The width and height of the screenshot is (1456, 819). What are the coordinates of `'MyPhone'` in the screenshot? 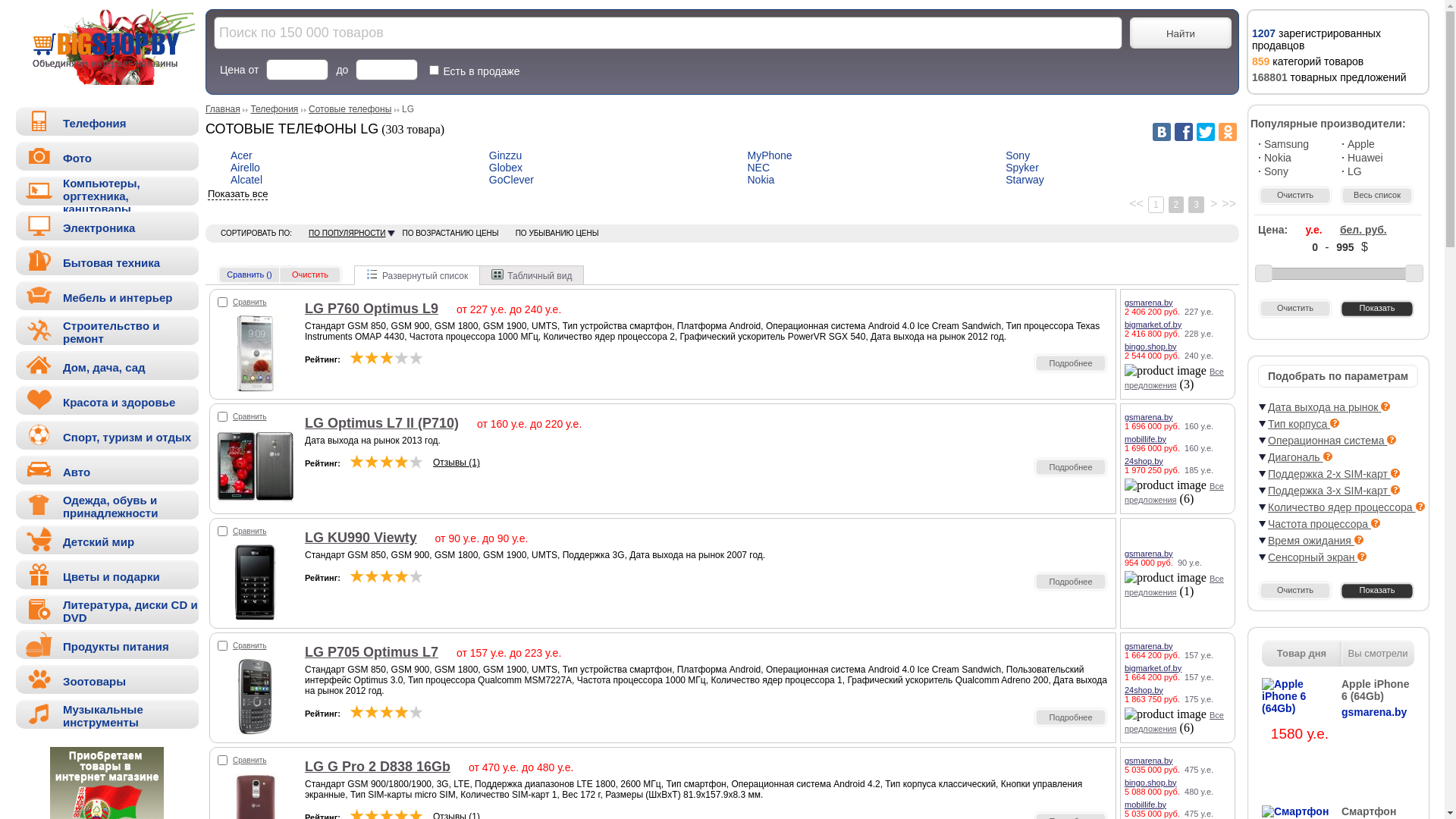 It's located at (770, 155).